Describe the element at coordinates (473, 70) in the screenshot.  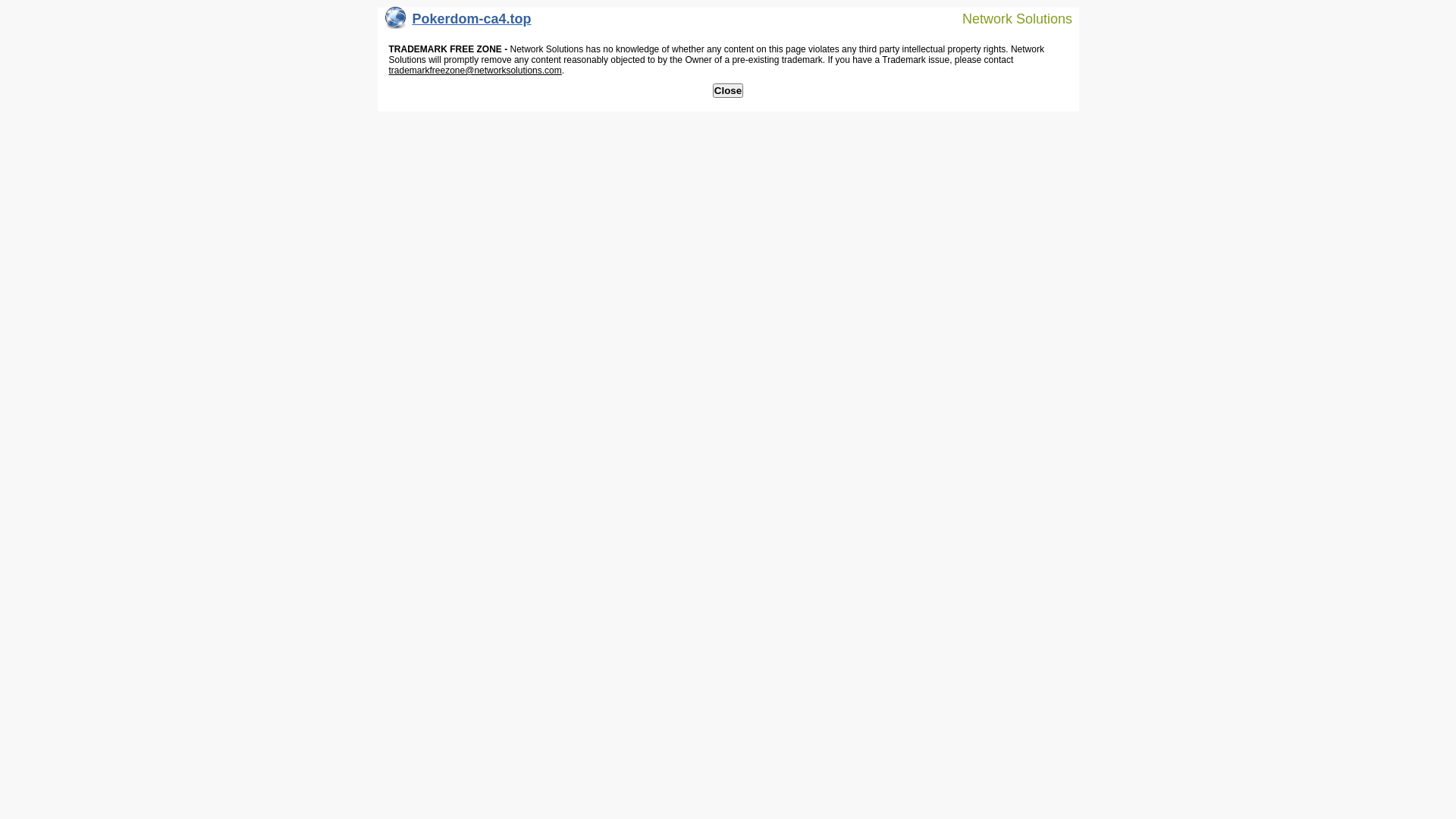
I see `'trademarkfreezone@networksolutions.com'` at that location.